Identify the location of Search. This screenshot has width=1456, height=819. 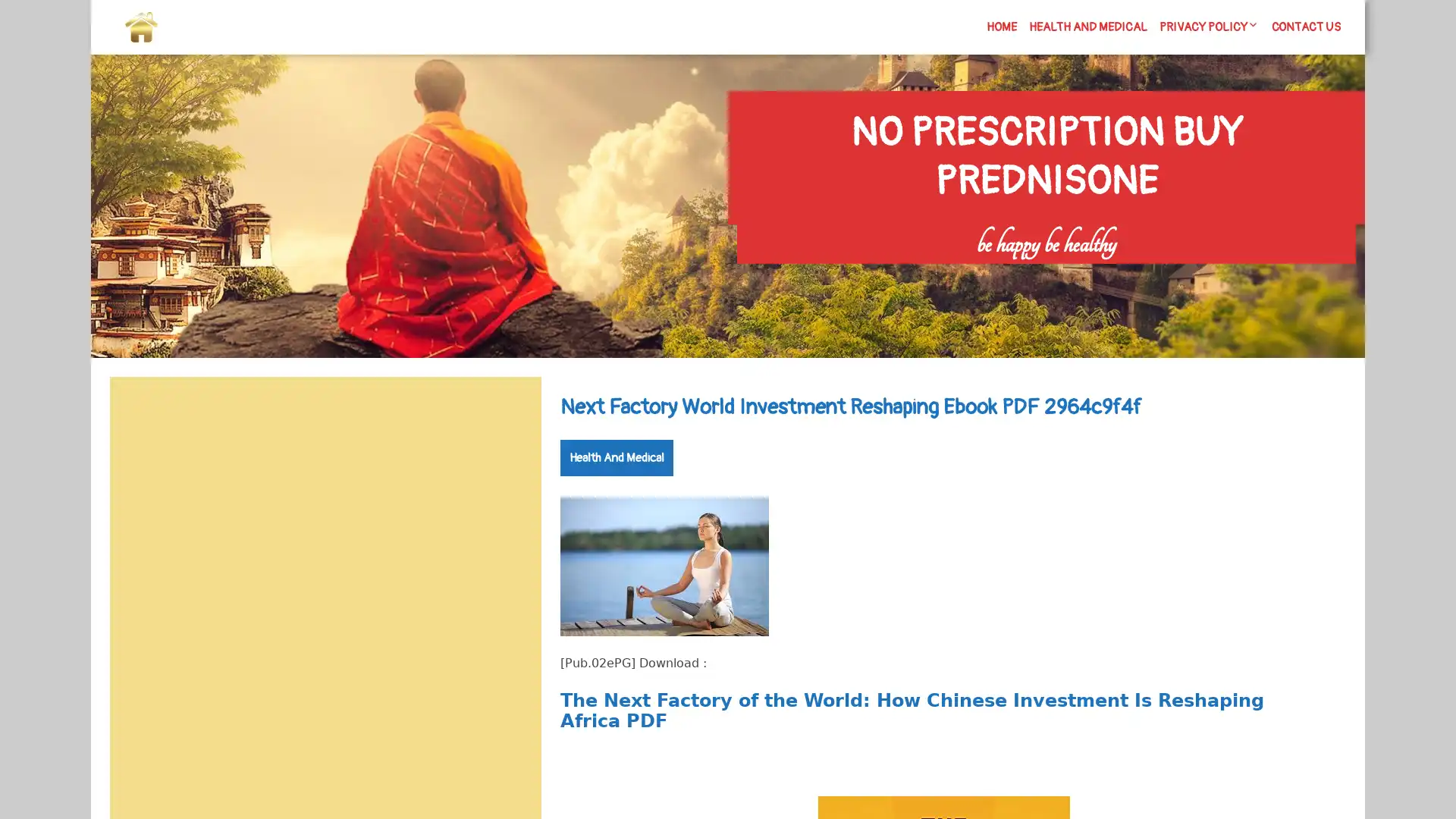
(1181, 274).